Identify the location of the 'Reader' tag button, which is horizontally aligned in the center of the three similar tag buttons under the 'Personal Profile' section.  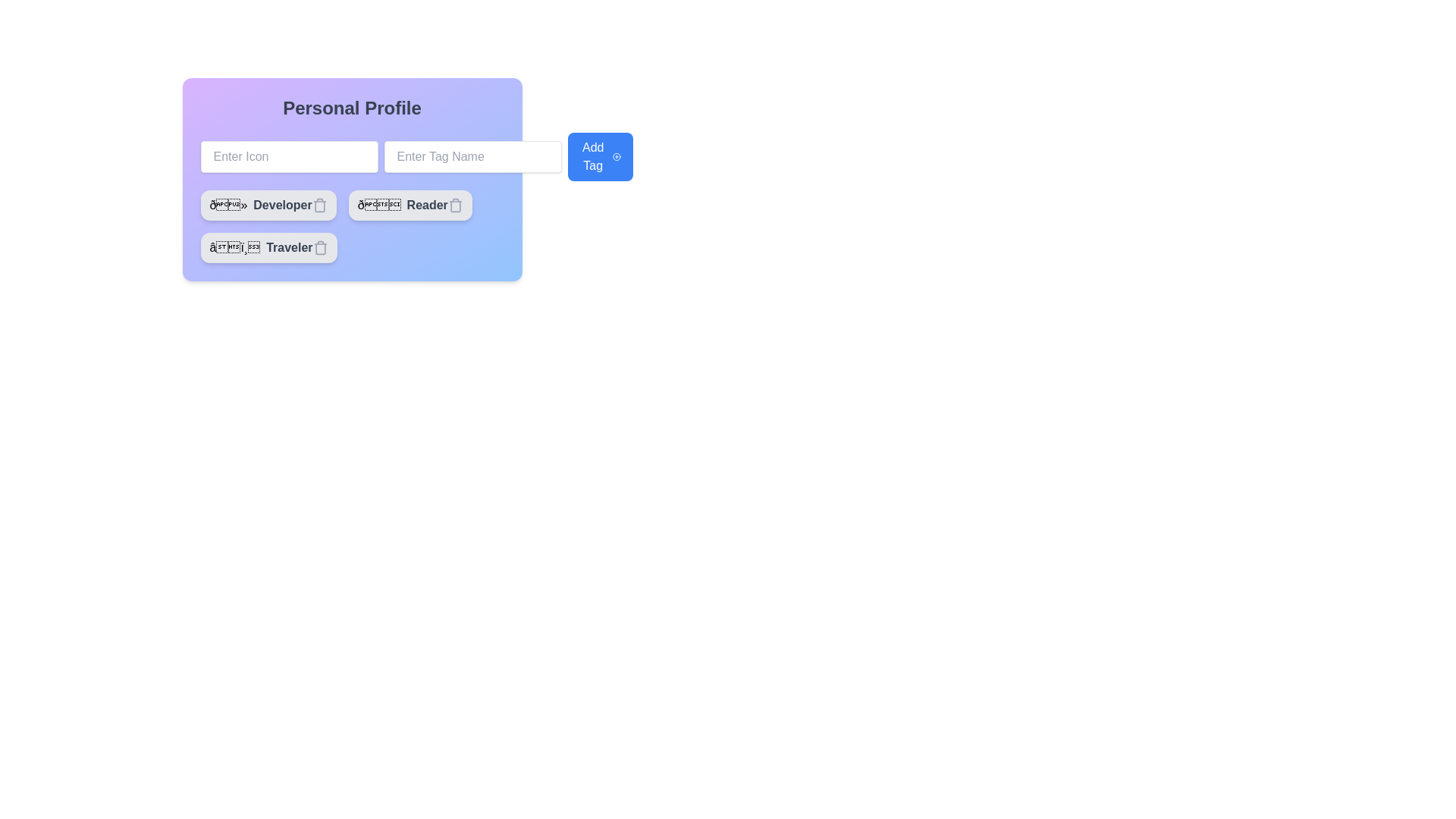
(410, 205).